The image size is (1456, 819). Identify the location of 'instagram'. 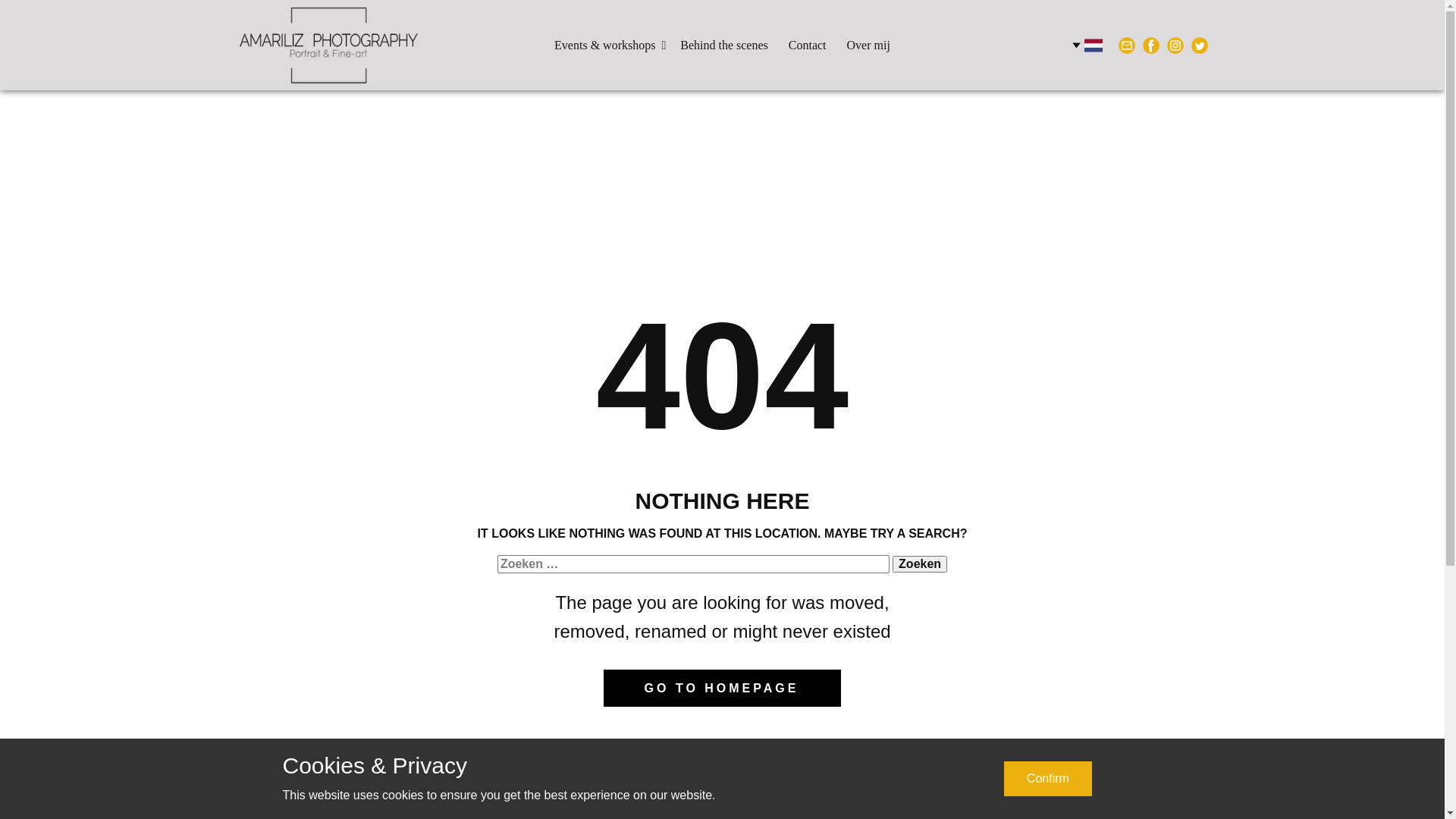
(1174, 45).